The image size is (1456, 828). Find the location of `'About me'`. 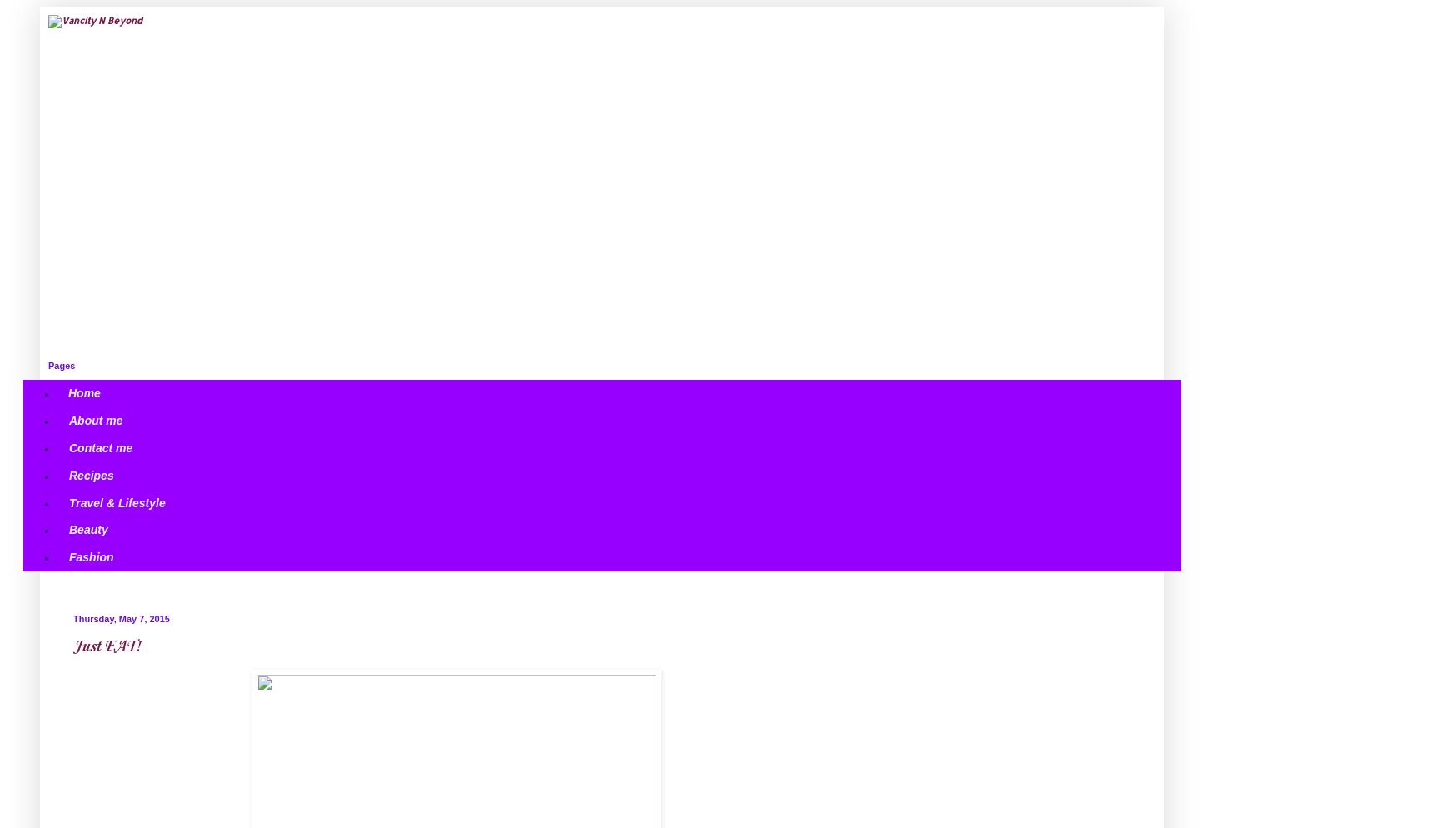

'About me' is located at coordinates (96, 420).